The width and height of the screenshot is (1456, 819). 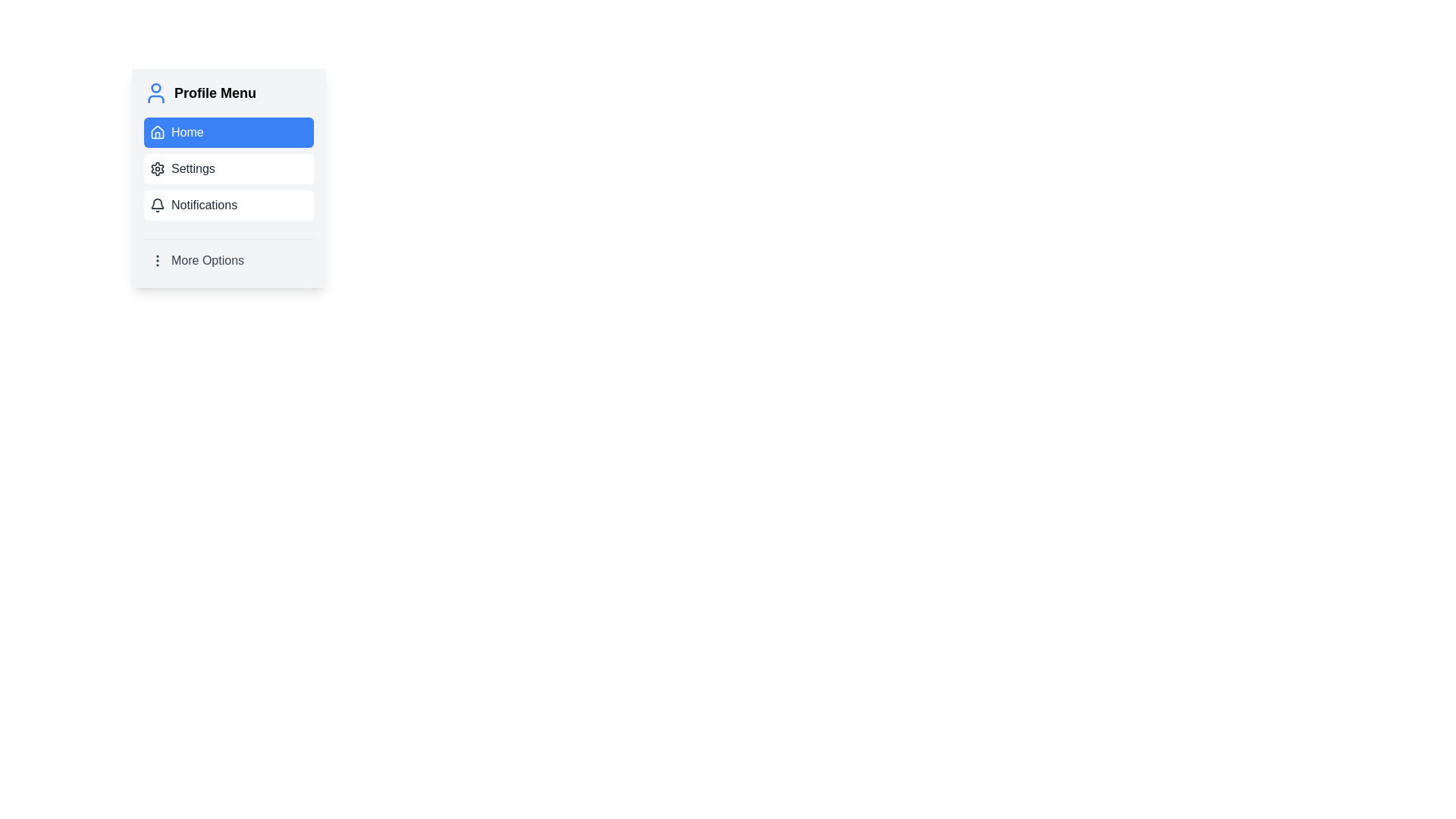 What do you see at coordinates (156, 93) in the screenshot?
I see `the user icon, which is a circular outline with a smaller circle for the head and a stylized torso inside, located at the top-left corner of the 'Profile Menu' section` at bounding box center [156, 93].